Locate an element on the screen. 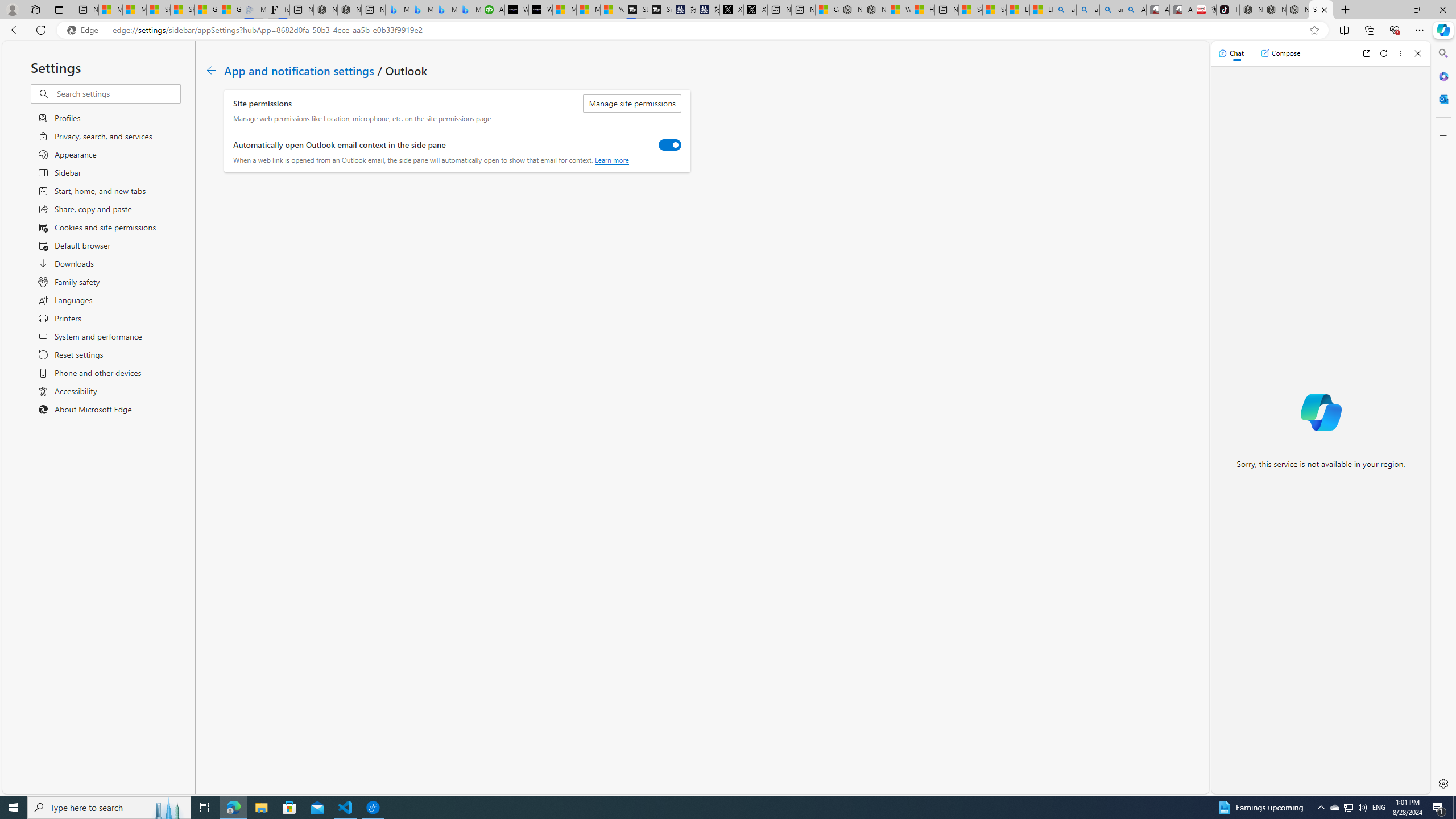 This screenshot has width=1456, height=819. 'App and notification settings' is located at coordinates (299, 69).